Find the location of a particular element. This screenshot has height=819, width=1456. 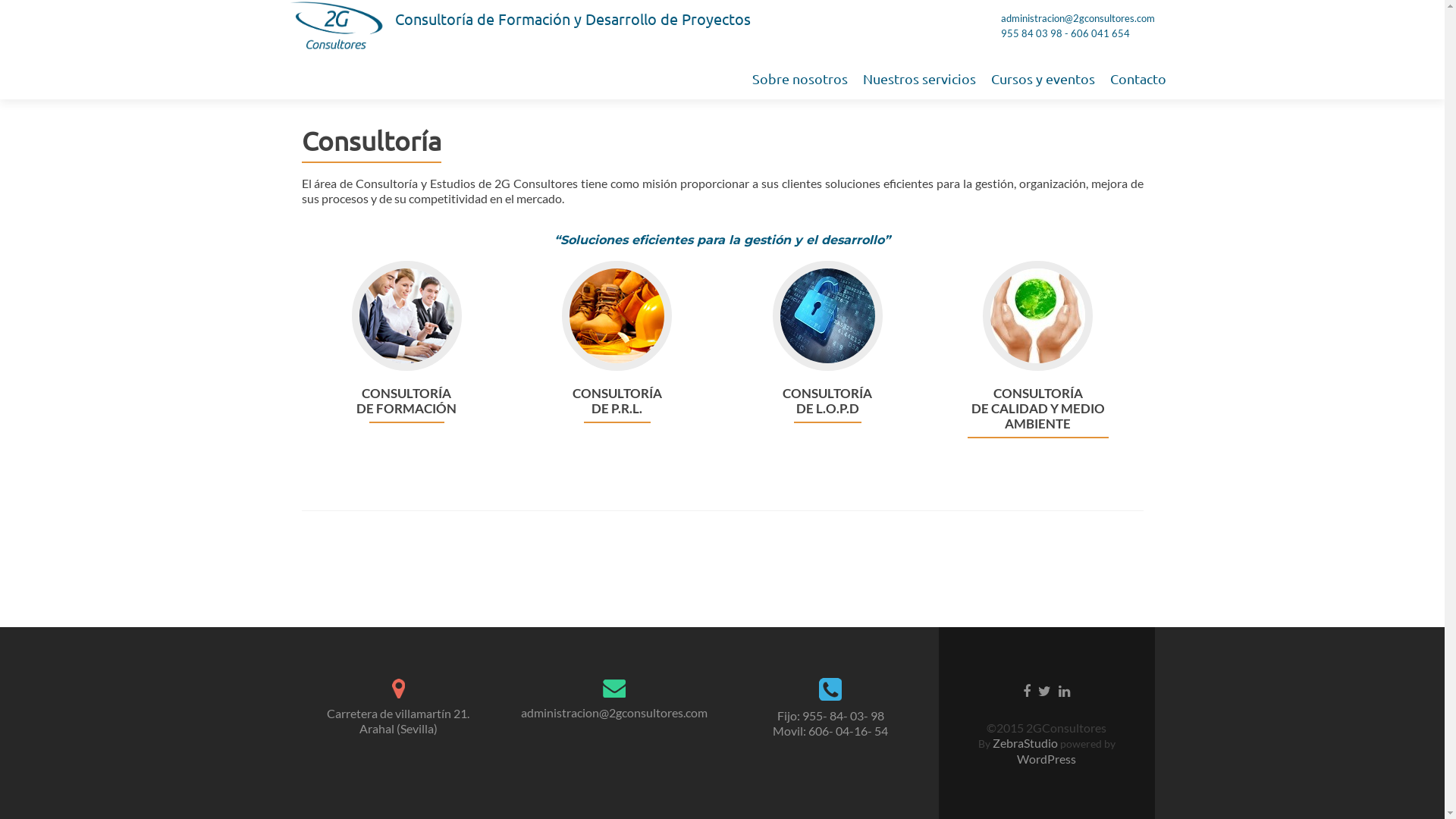

'Cursos y eventos' is located at coordinates (1041, 78).